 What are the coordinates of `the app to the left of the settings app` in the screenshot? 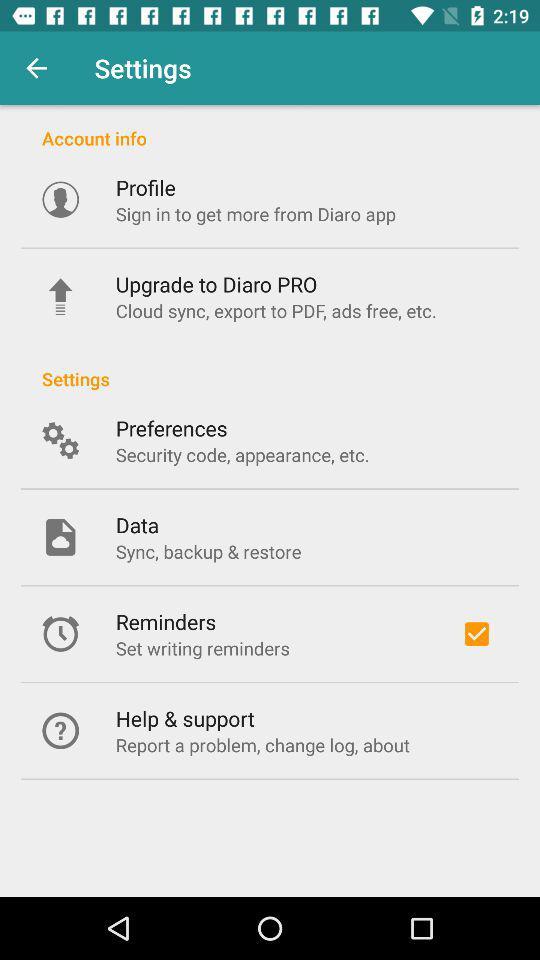 It's located at (36, 68).